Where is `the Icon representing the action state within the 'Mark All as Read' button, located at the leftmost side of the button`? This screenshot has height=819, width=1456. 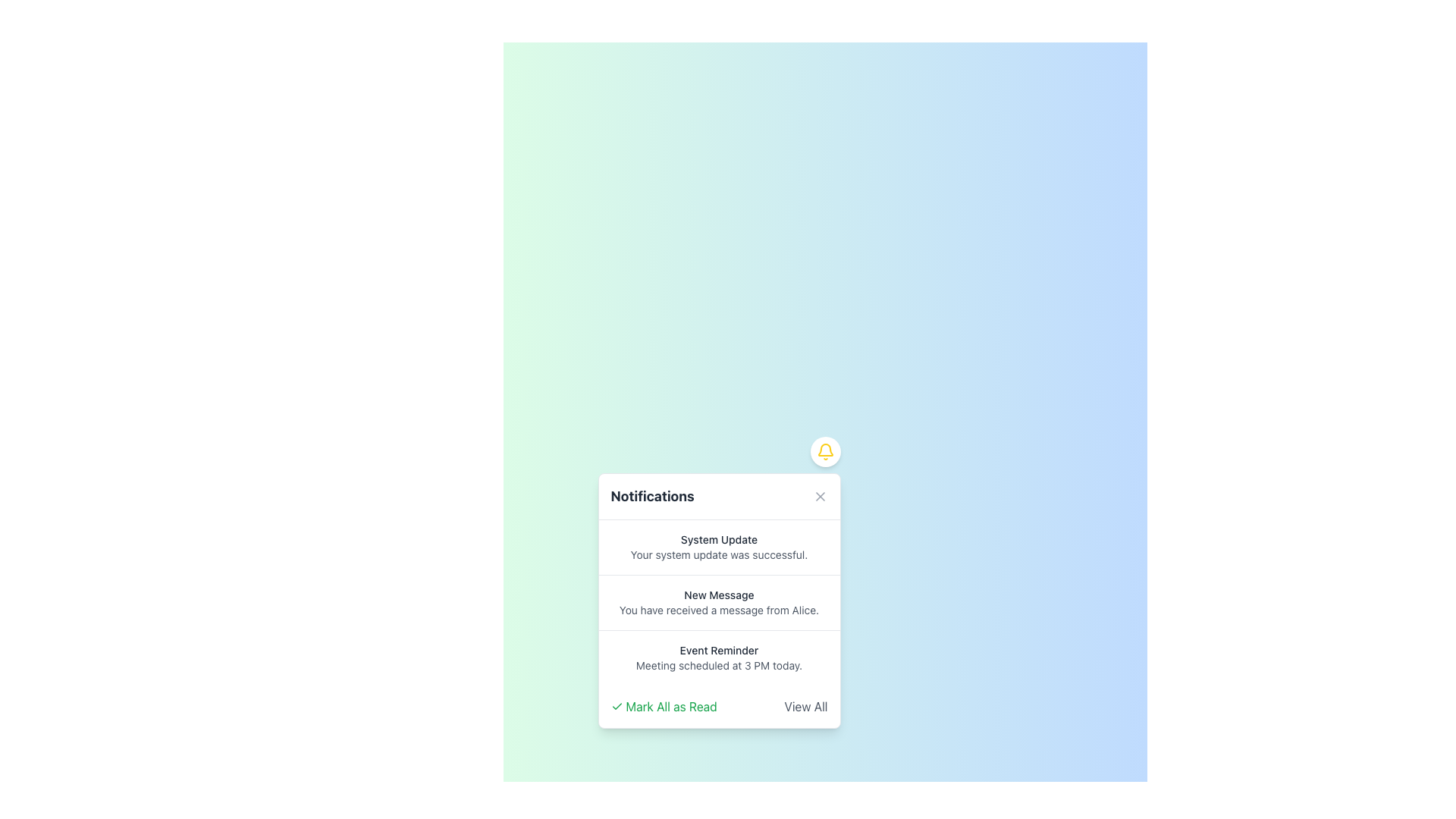
the Icon representing the action state within the 'Mark All as Read' button, located at the leftmost side of the button is located at coordinates (617, 707).